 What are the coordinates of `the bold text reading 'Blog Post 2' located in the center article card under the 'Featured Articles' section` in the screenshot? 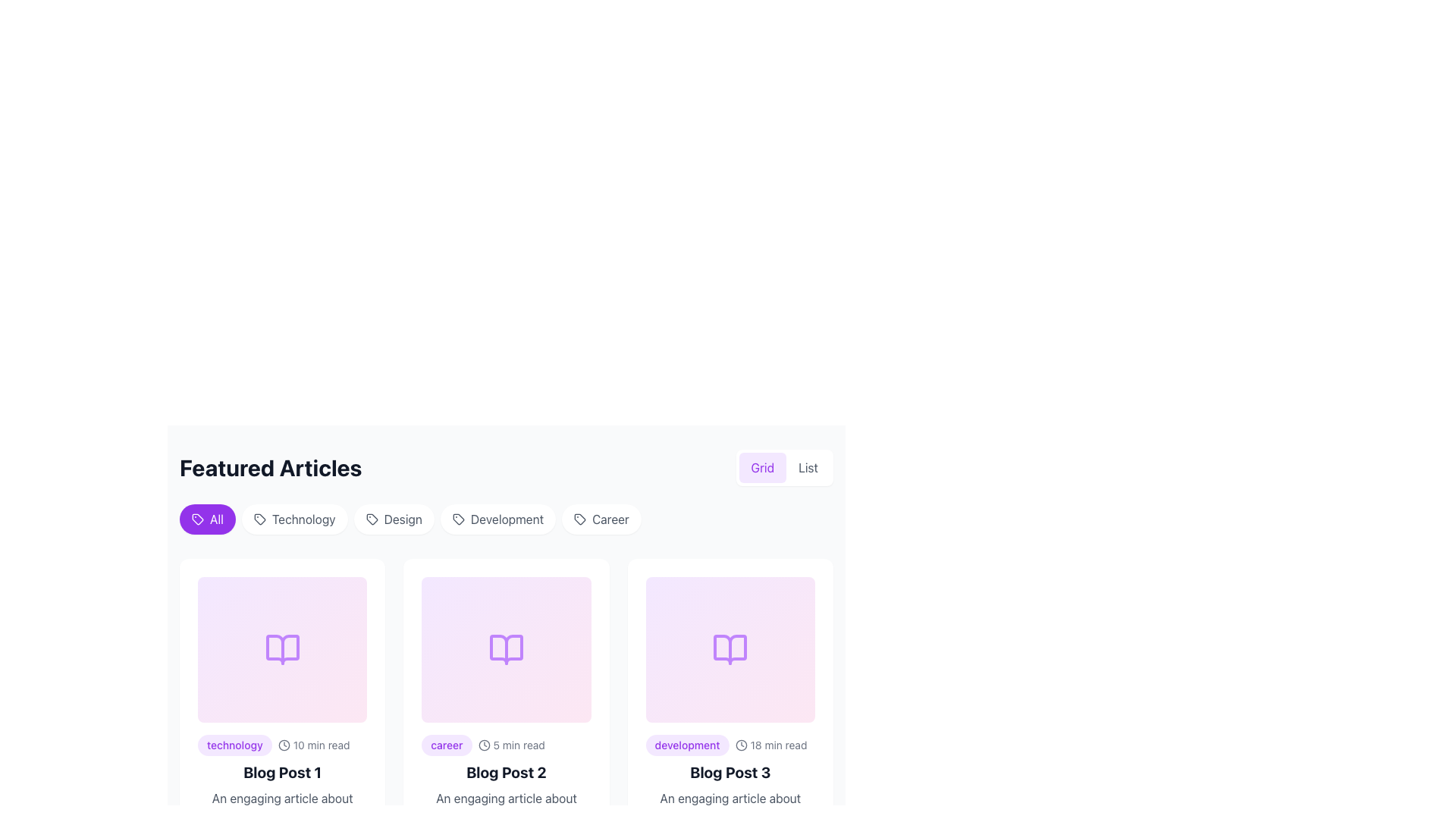 It's located at (506, 772).